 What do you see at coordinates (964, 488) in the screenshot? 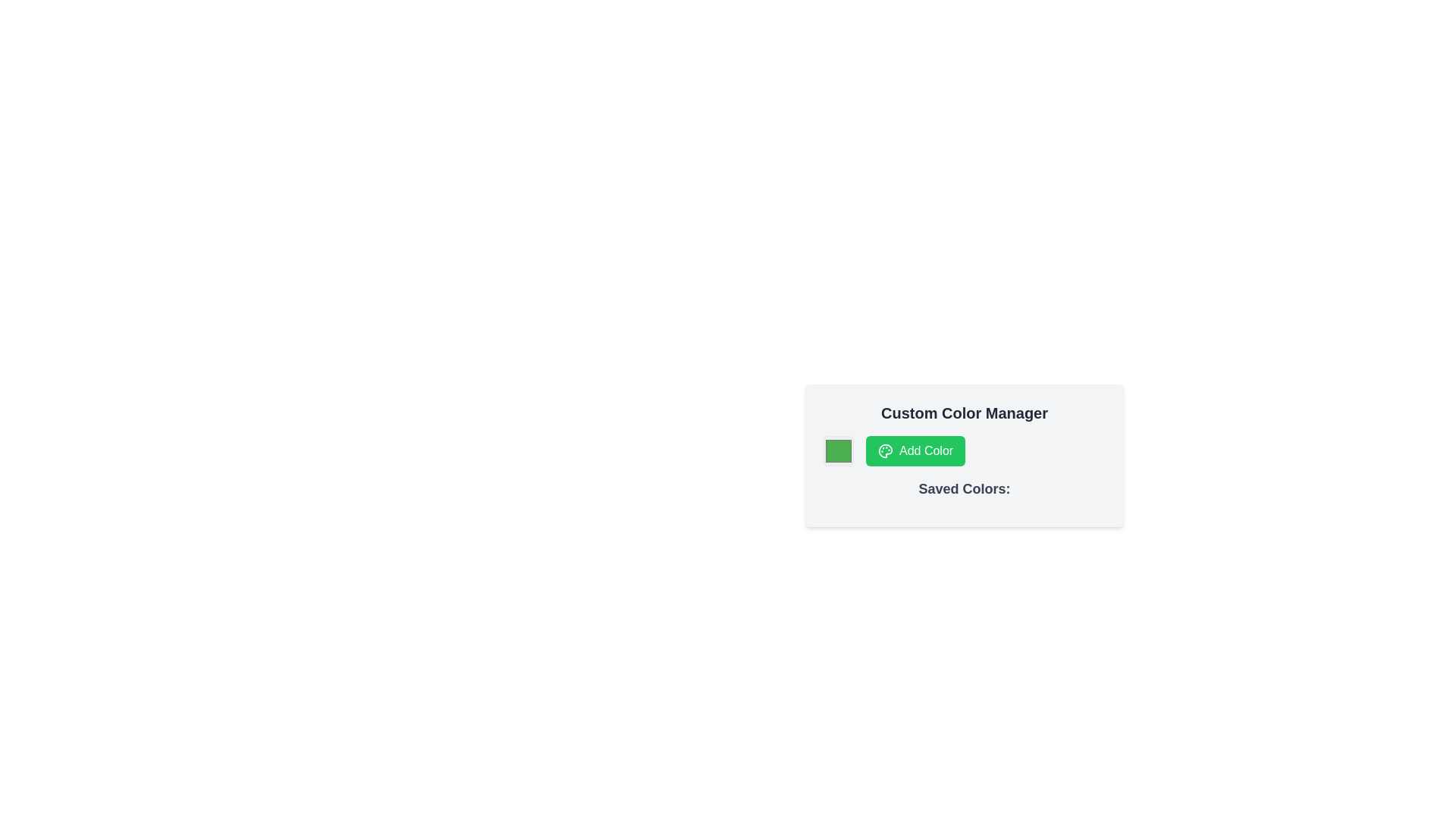
I see `the text label 'Saved Colors:' which is styled with a large, bold font and is located below the 'Add Color' button in the 'Custom Color Manager' box` at bounding box center [964, 488].